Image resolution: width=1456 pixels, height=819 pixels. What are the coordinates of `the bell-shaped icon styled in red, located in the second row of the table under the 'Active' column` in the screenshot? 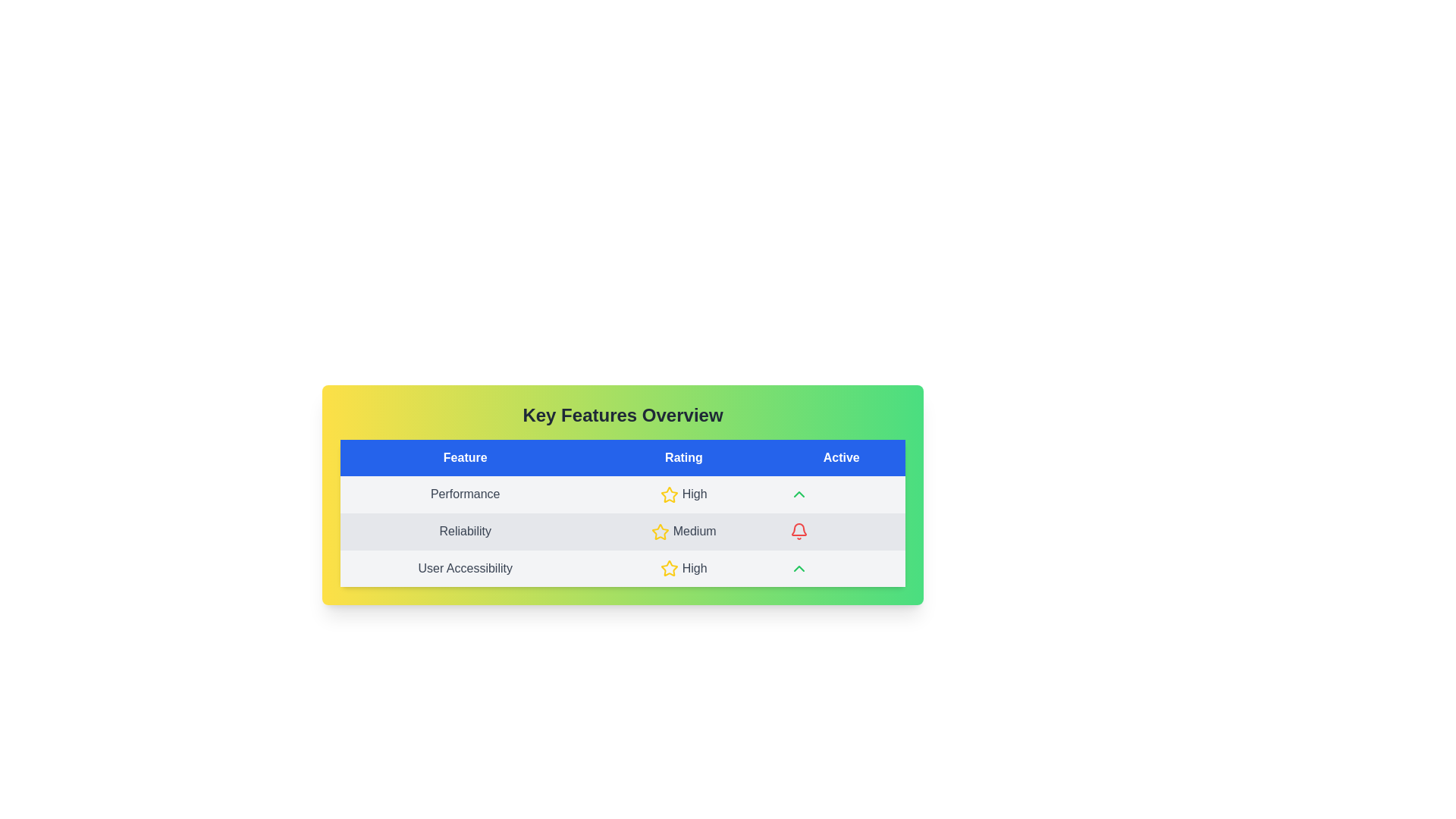 It's located at (798, 529).